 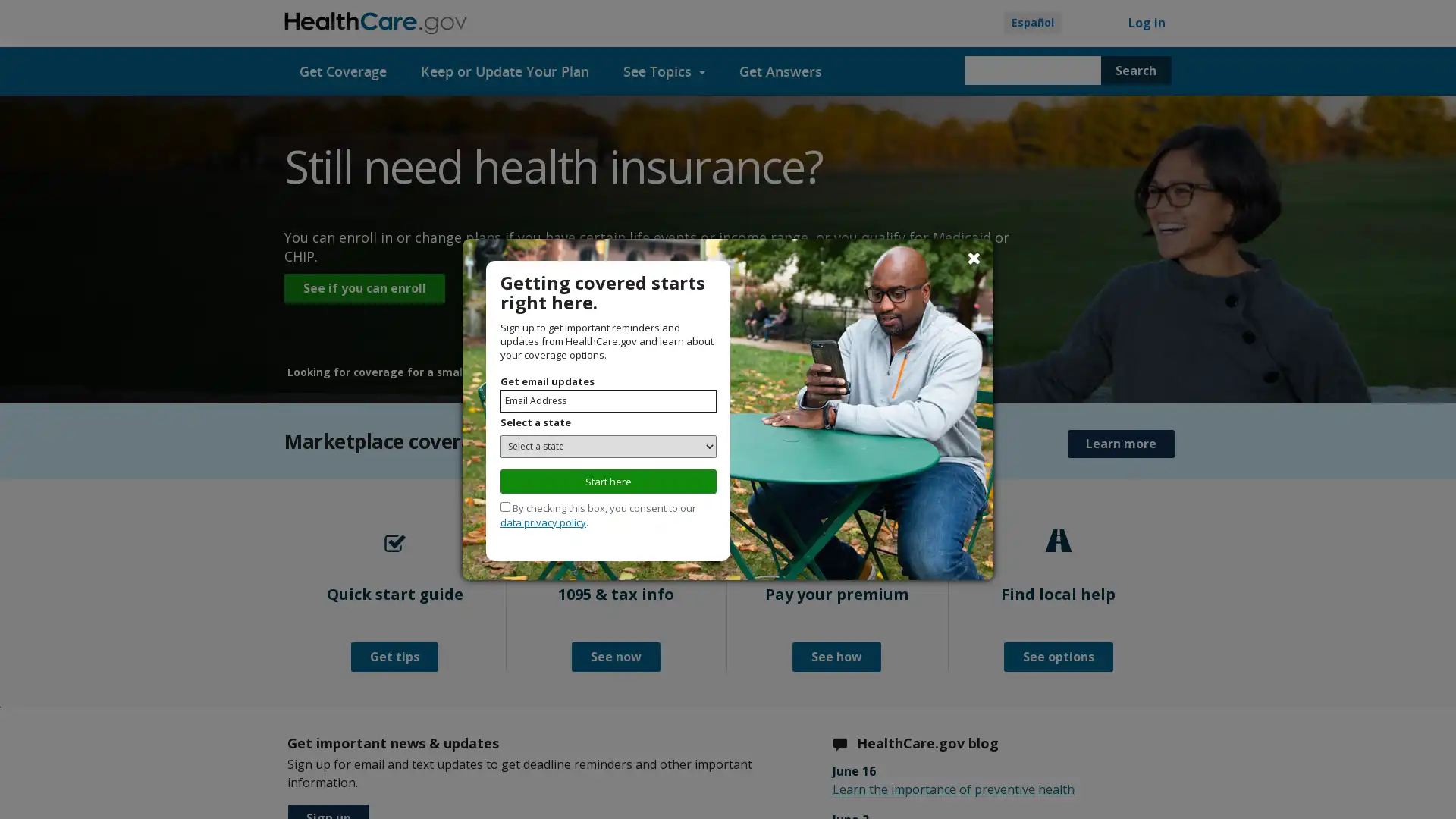 What do you see at coordinates (664, 71) in the screenshot?
I see `See Topics Has subitems` at bounding box center [664, 71].